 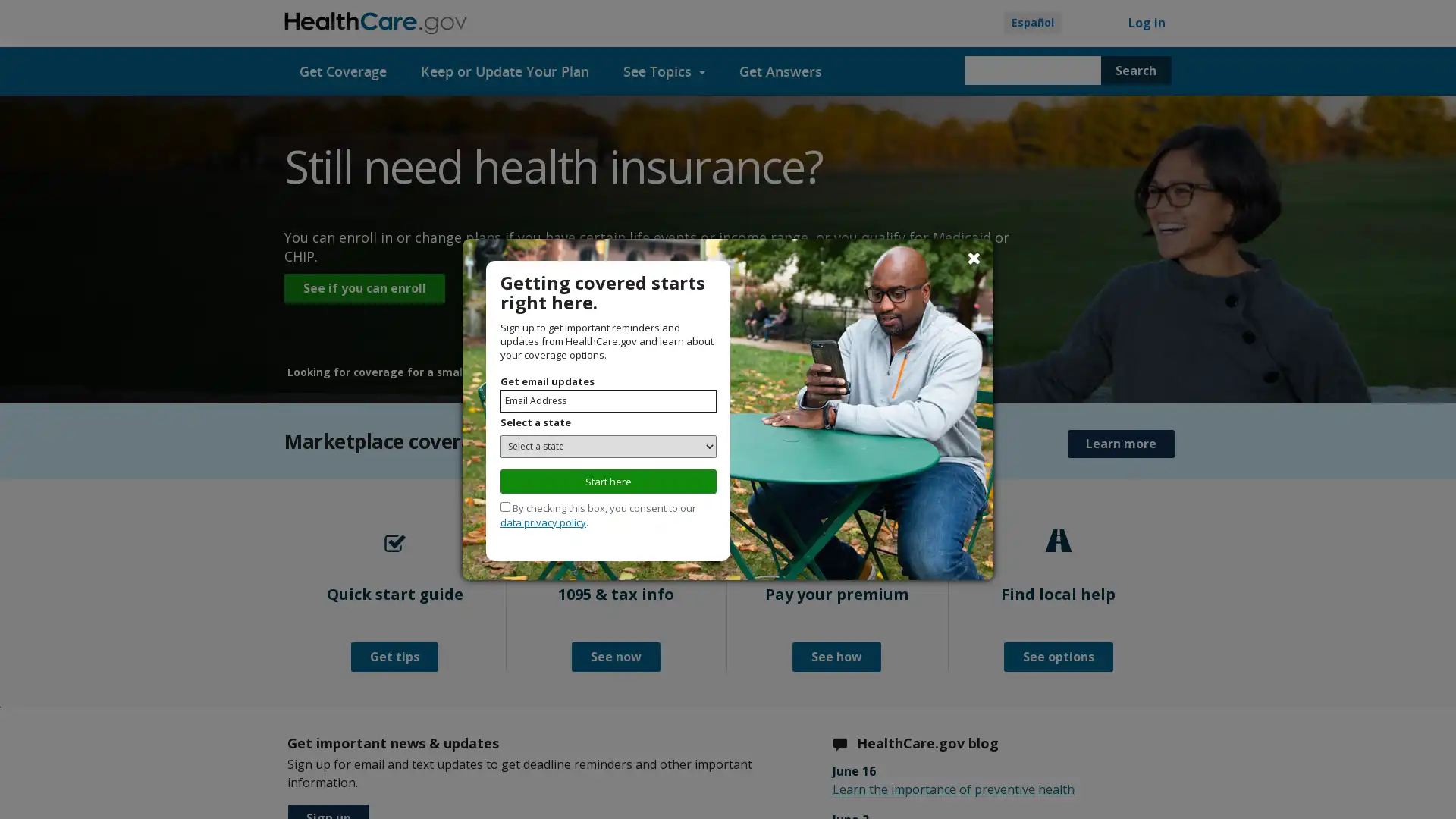 What do you see at coordinates (664, 71) in the screenshot?
I see `See Topics Has subitems` at bounding box center [664, 71].